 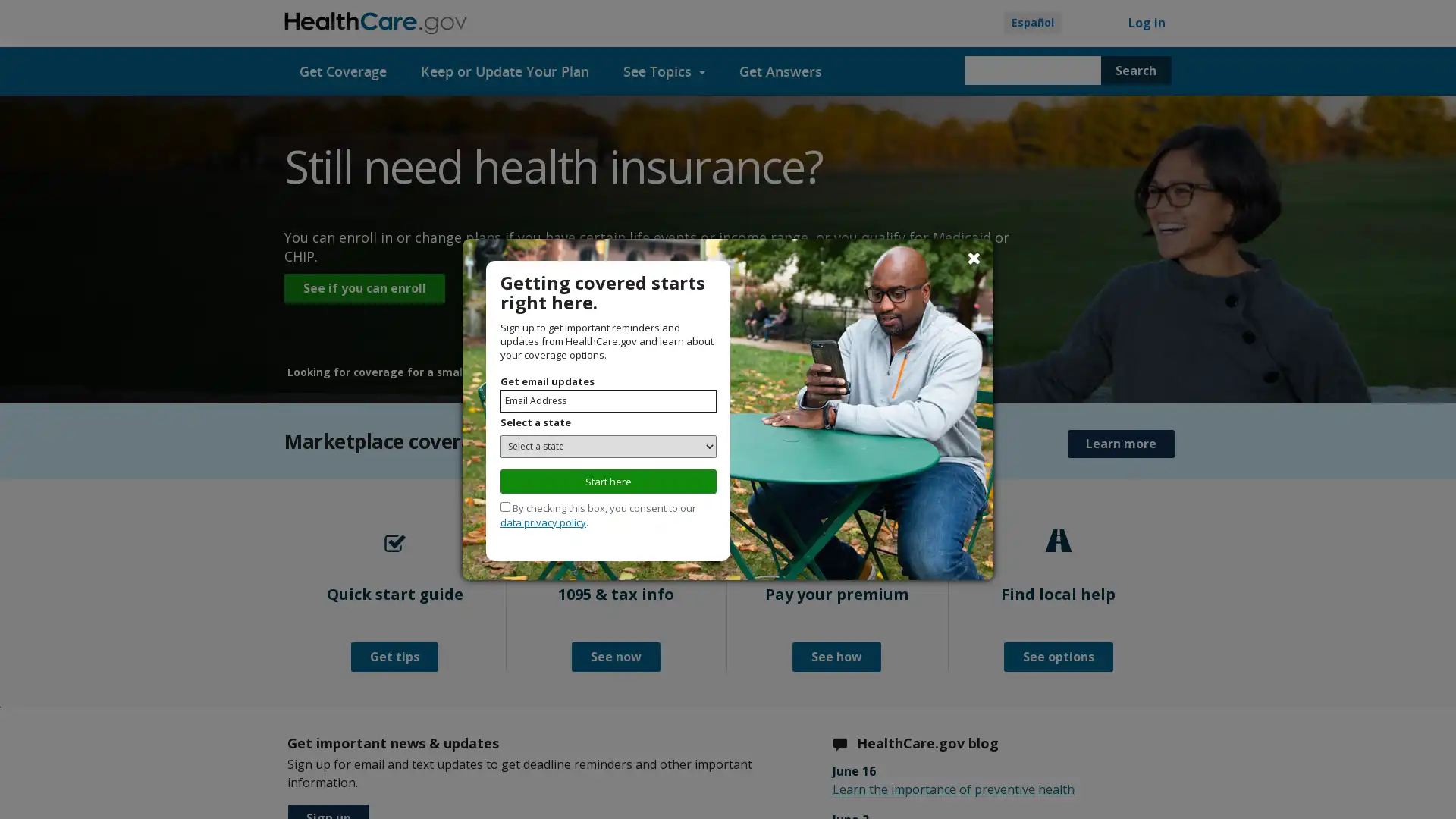 What do you see at coordinates (664, 71) in the screenshot?
I see `See Topics Has subitems` at bounding box center [664, 71].